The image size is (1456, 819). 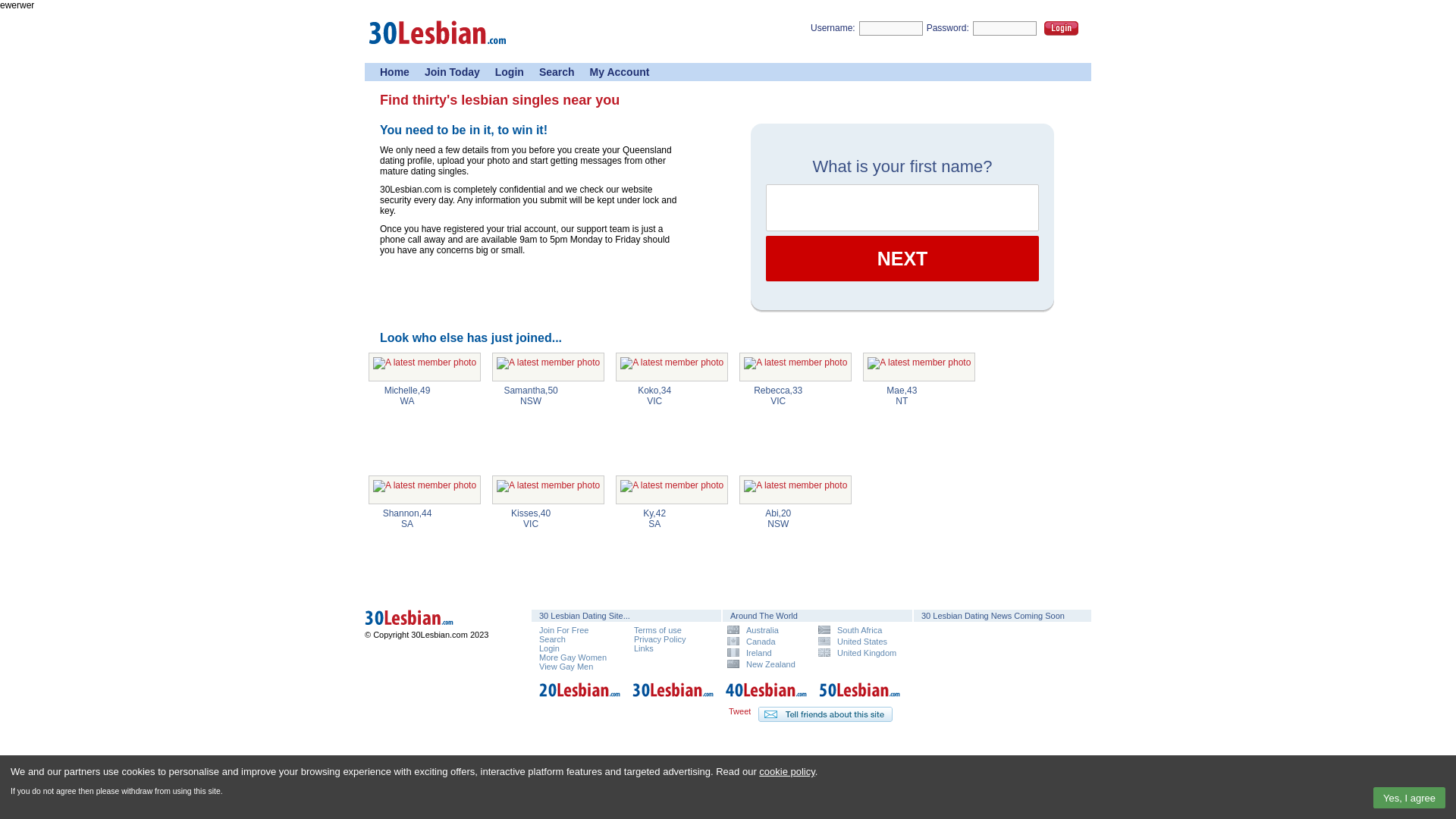 What do you see at coordinates (767, 629) in the screenshot?
I see `'Australia'` at bounding box center [767, 629].